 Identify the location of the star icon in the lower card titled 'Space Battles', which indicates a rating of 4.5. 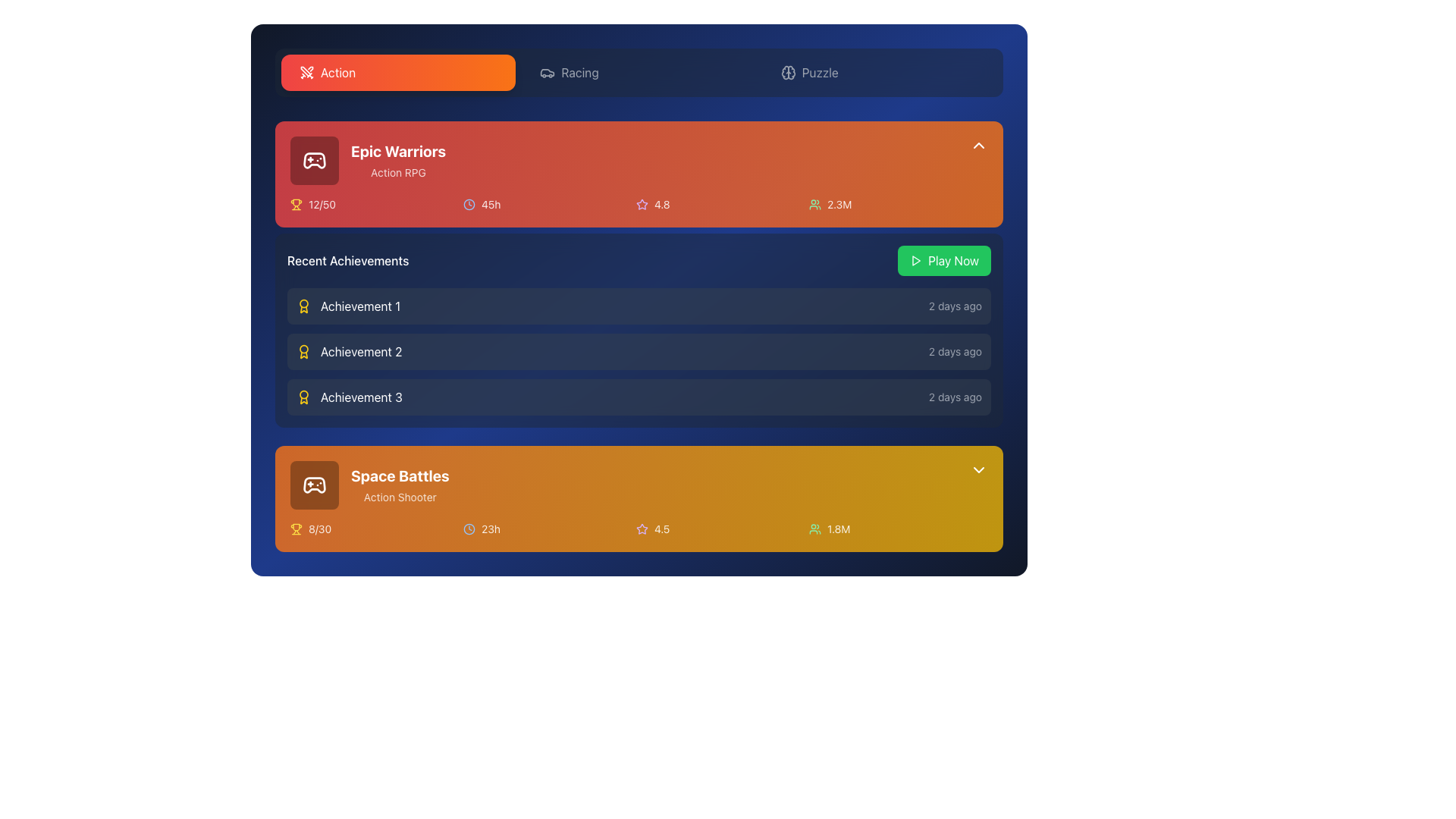
(642, 528).